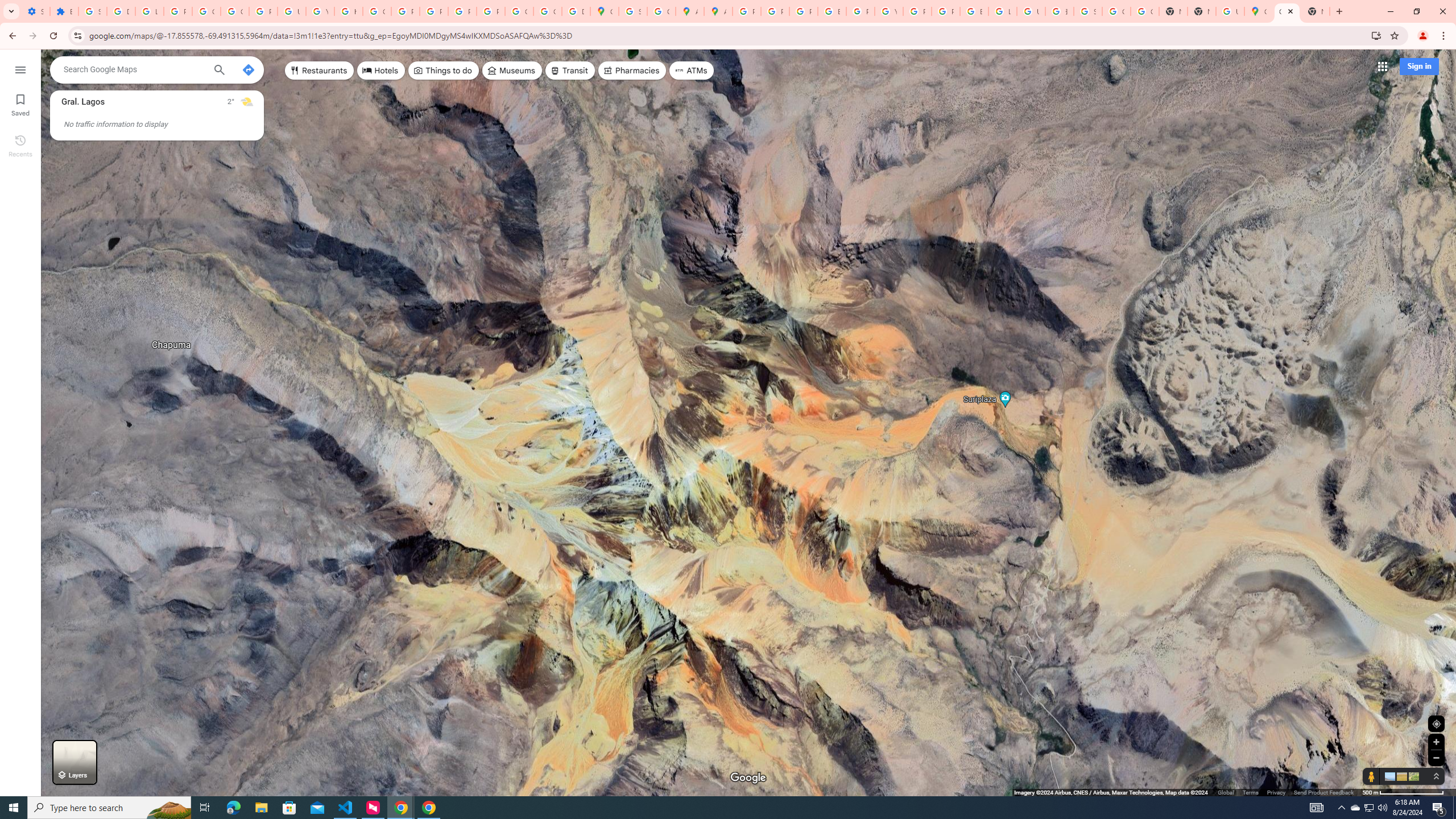 This screenshot has height=819, width=1456. I want to click on 'Settings - On startup', so click(35, 11).